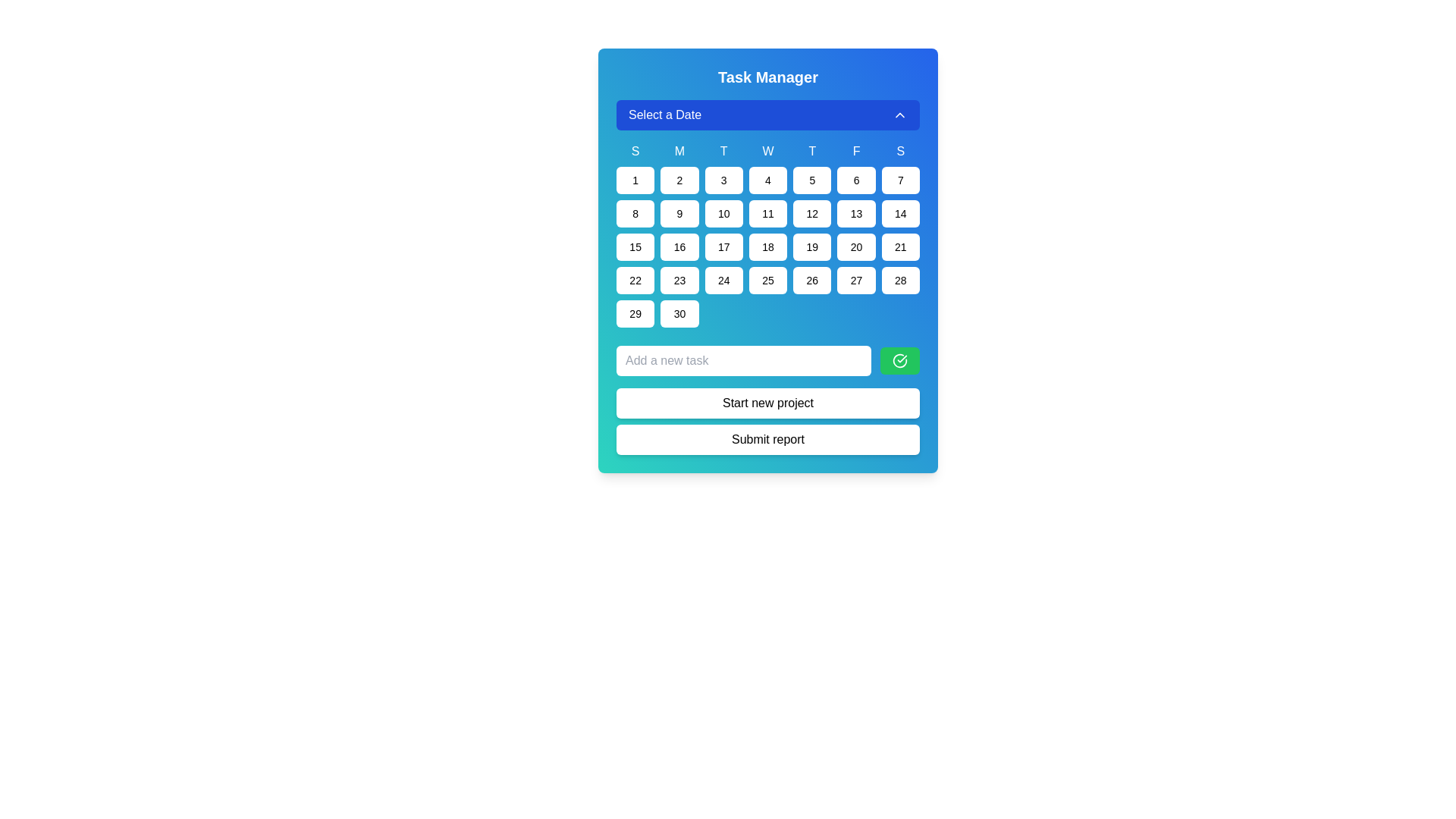 The width and height of the screenshot is (1456, 819). I want to click on the rectangular button displaying the number '25' to trigger the hover effect, which changes the background to green, so click(767, 281).